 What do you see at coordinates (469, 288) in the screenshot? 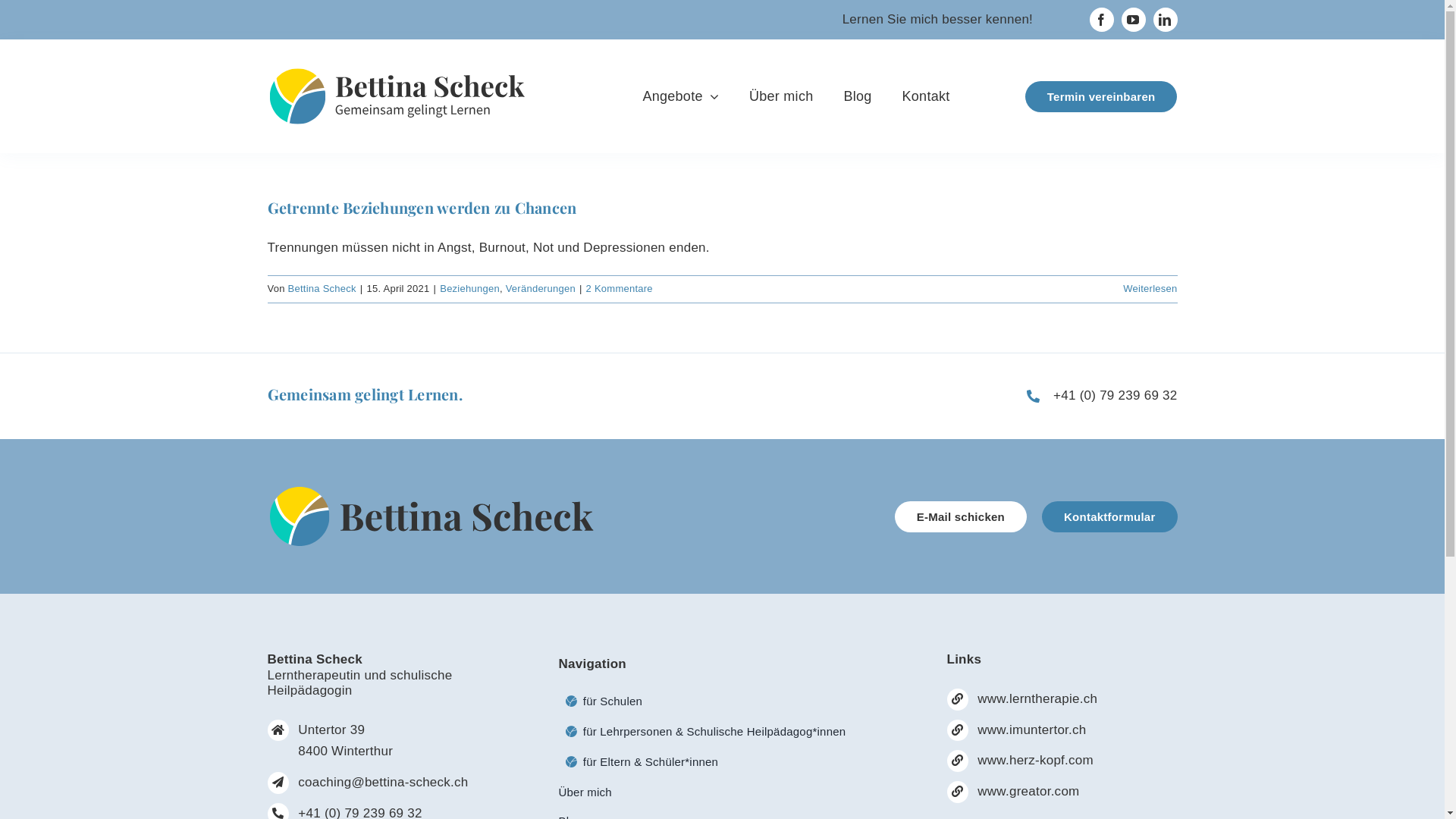
I see `'Beziehungen'` at bounding box center [469, 288].